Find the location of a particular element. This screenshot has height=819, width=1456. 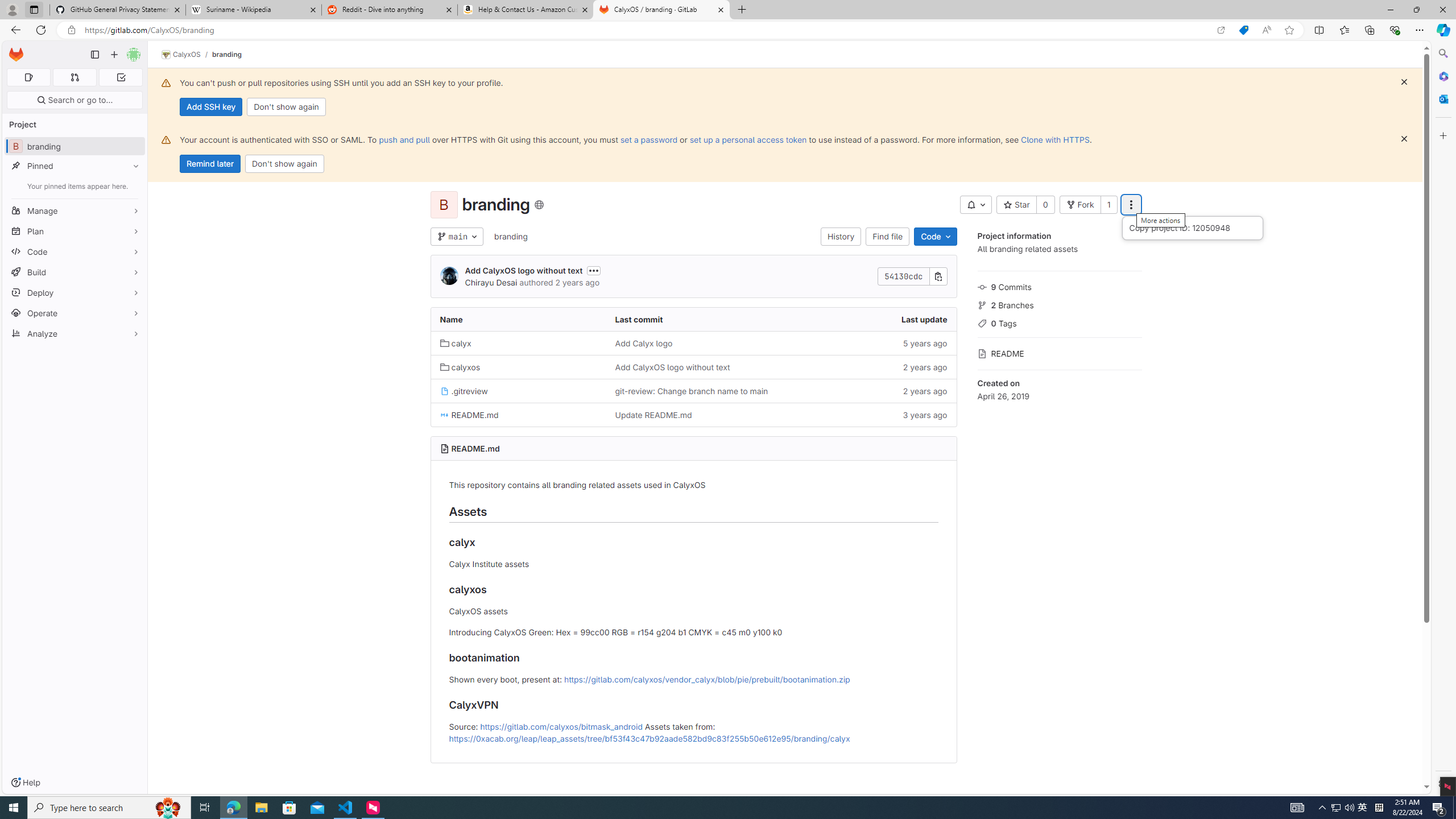

'History' is located at coordinates (840, 236).